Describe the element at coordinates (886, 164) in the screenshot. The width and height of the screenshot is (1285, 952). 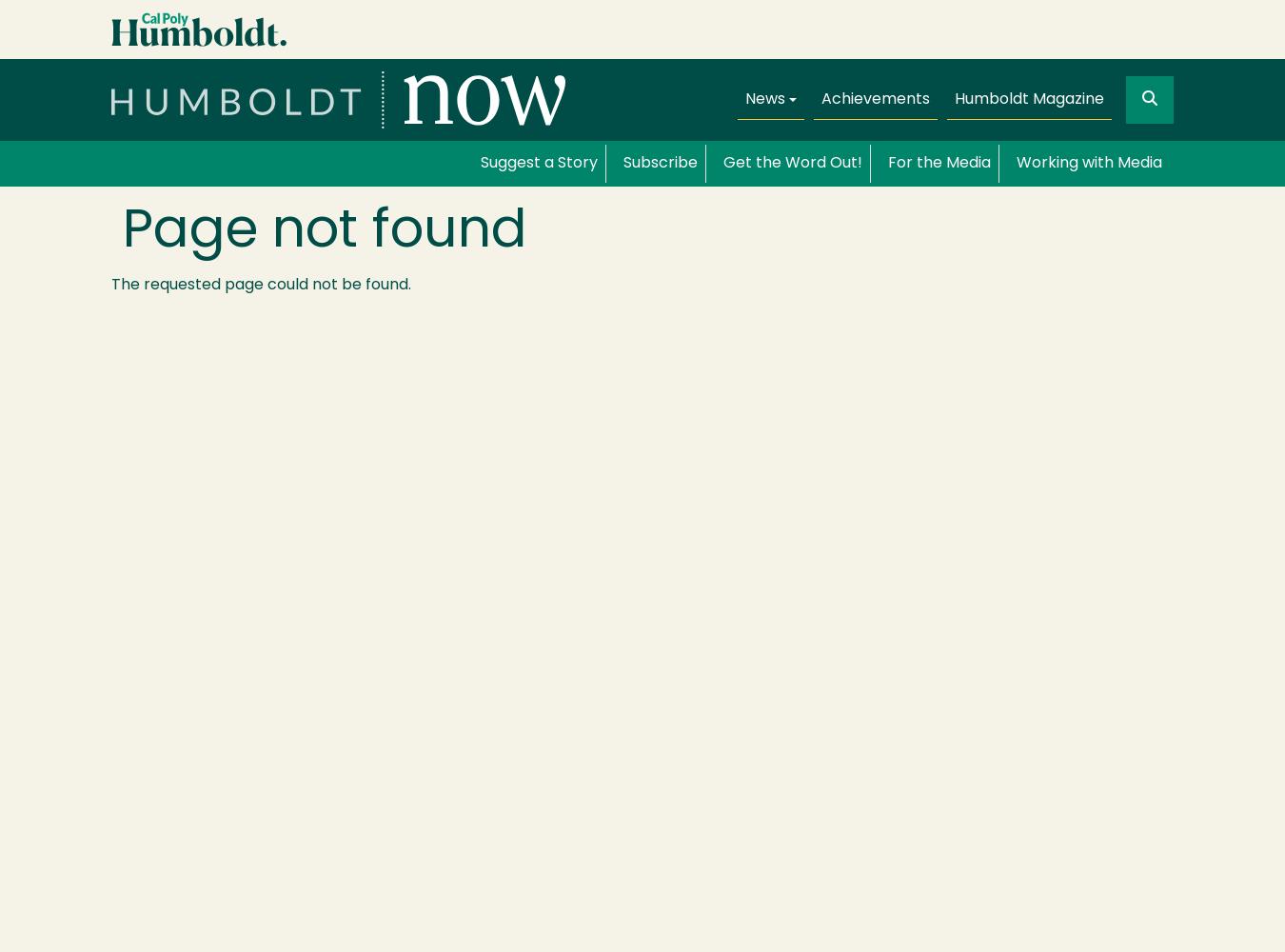
I see `'For the Media'` at that location.